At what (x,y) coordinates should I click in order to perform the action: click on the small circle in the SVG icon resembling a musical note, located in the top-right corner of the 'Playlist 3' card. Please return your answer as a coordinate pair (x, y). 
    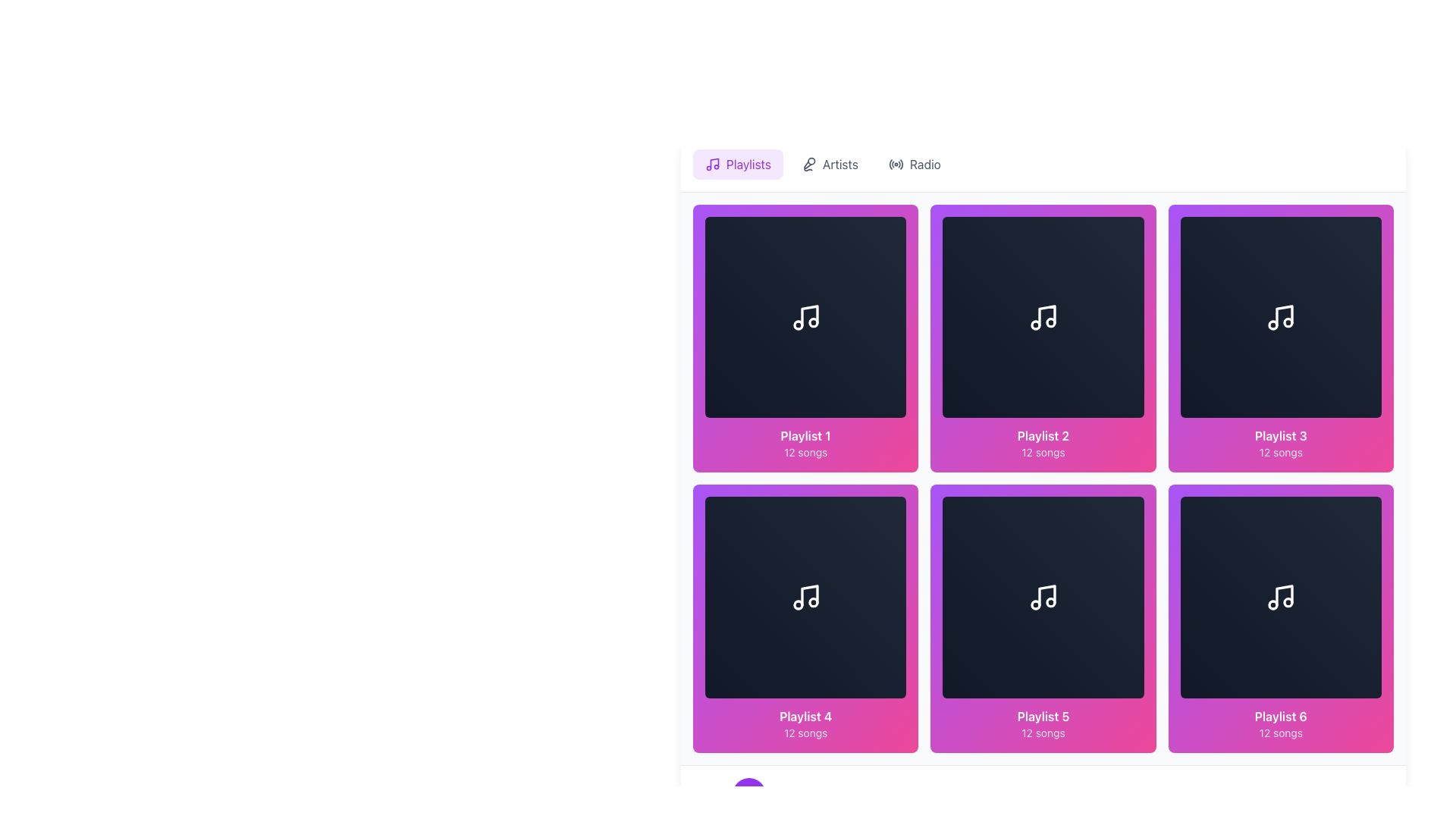
    Looking at the image, I should click on (1288, 322).